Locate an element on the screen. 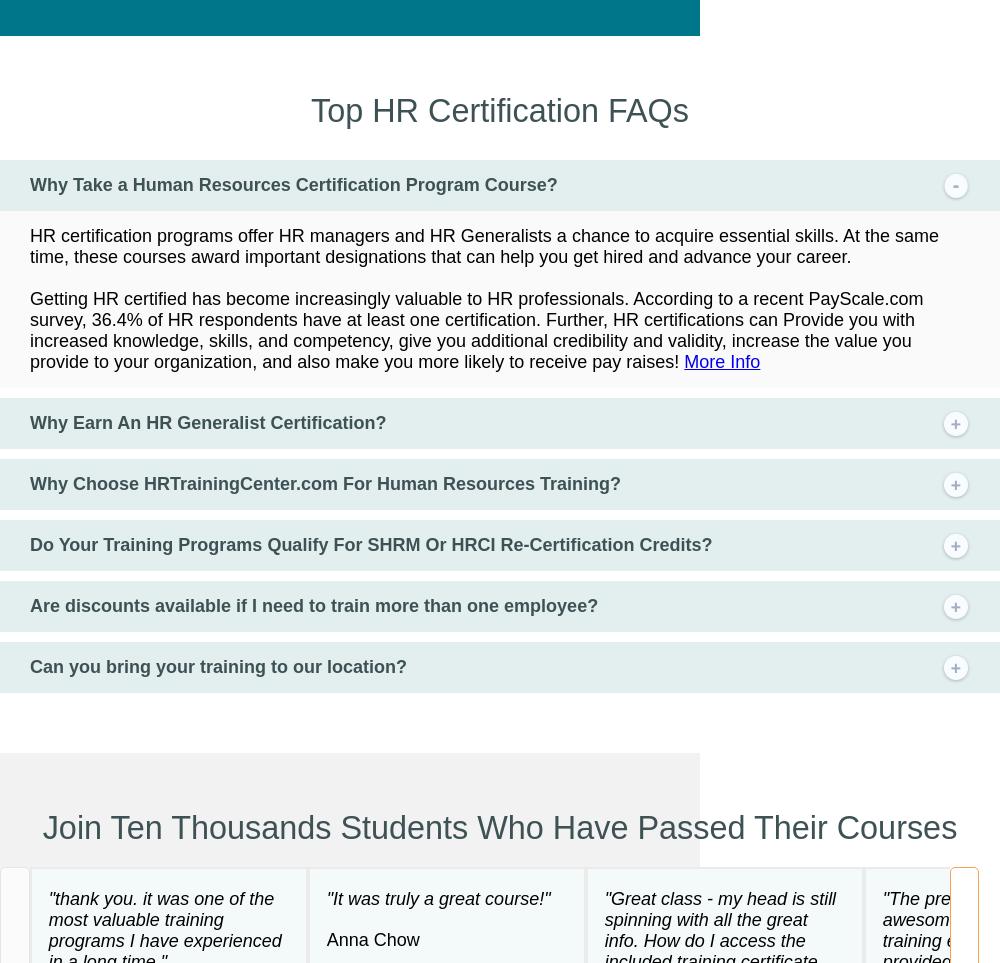 This screenshot has width=1000, height=963. '"It was truly a great course!"' is located at coordinates (438, 896).